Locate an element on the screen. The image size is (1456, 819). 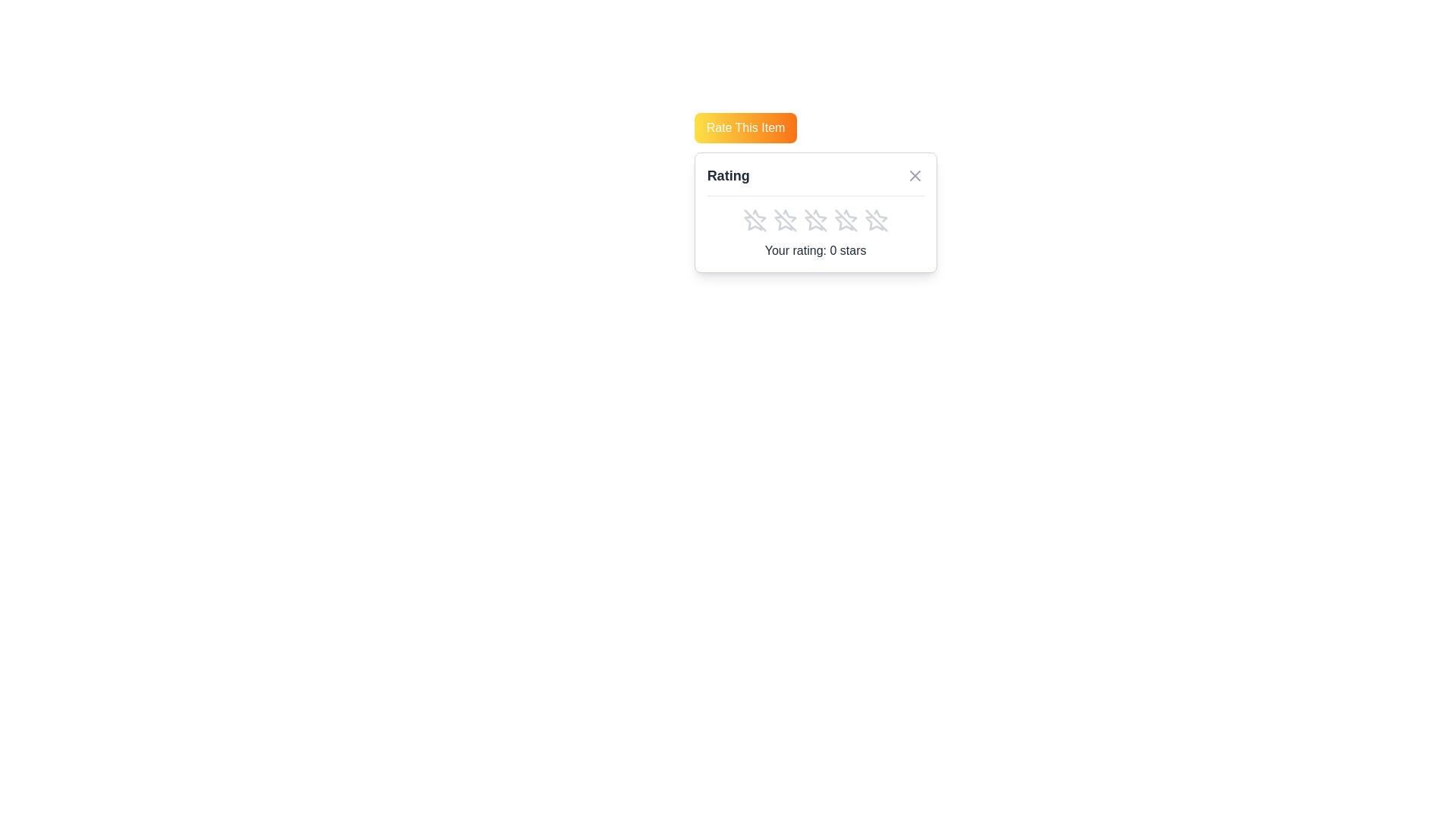
the first rating star icon, which is a grayed-out star located in a modal window below the title 'Rating' is located at coordinates (755, 220).